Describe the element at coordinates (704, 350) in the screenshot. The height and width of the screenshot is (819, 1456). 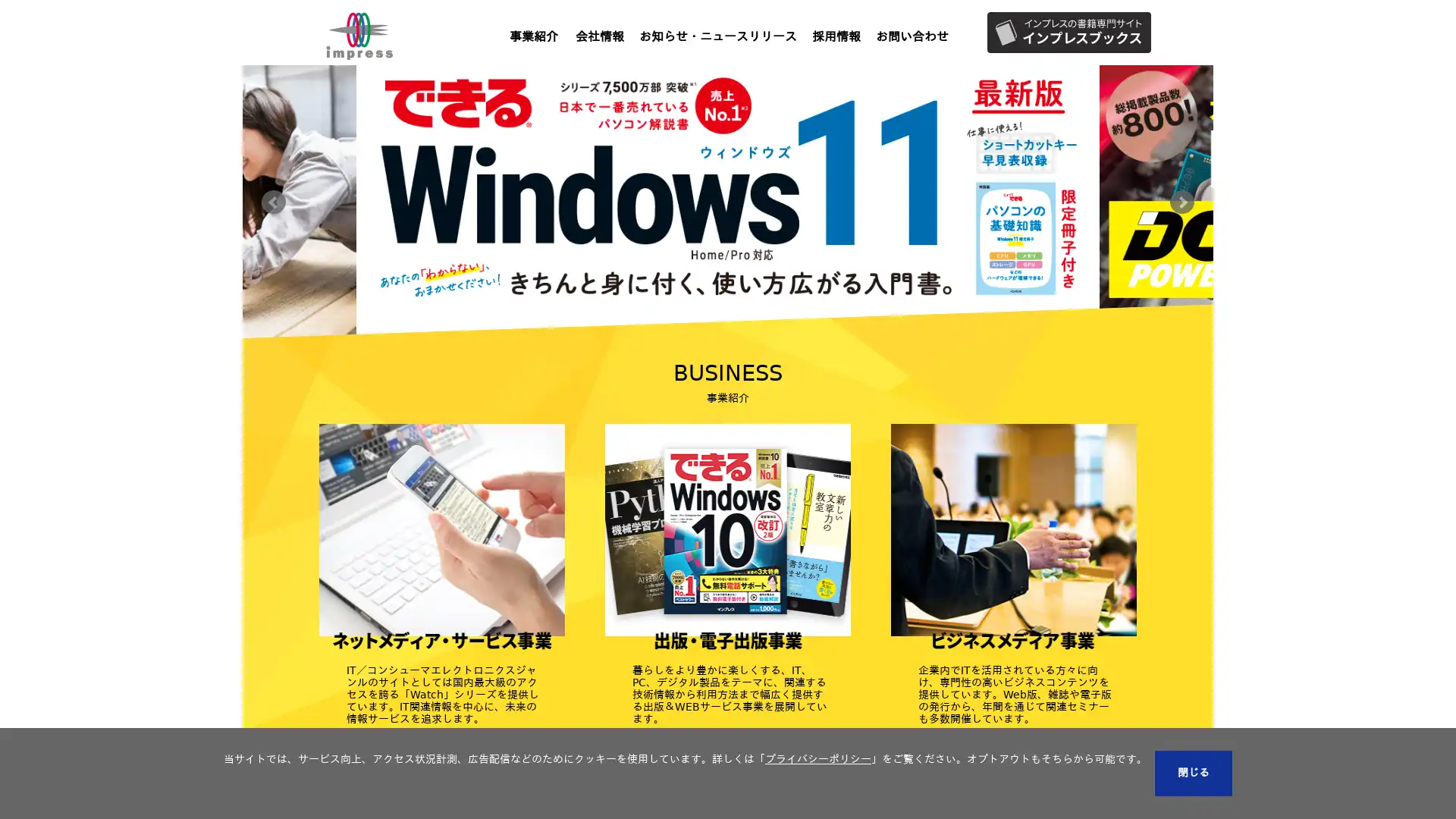
I see `a 2` at that location.